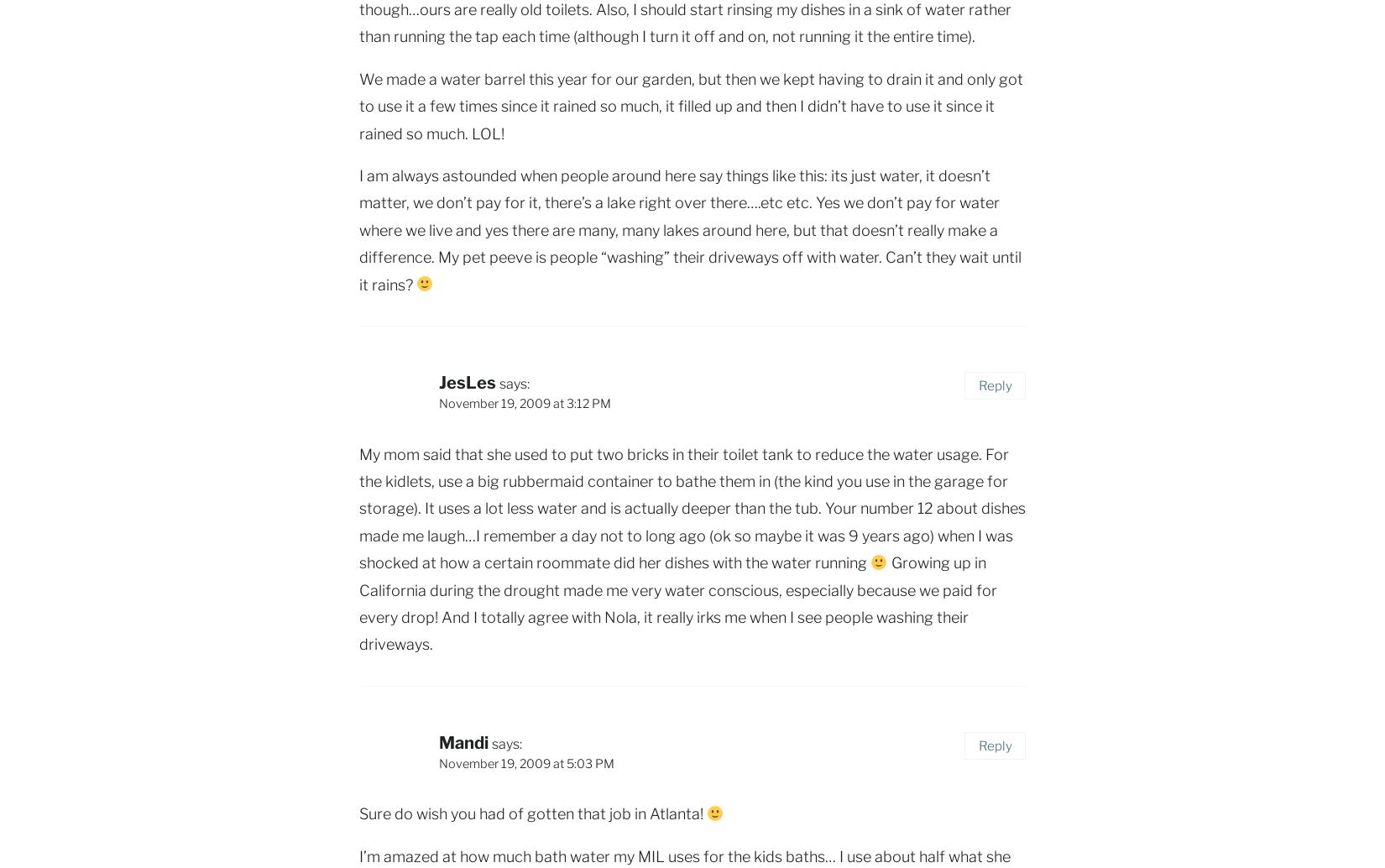 The width and height of the screenshot is (1385, 868). What do you see at coordinates (358, 813) in the screenshot?
I see `'Sure do wish you had of gotten that job in Atlanta!'` at bounding box center [358, 813].